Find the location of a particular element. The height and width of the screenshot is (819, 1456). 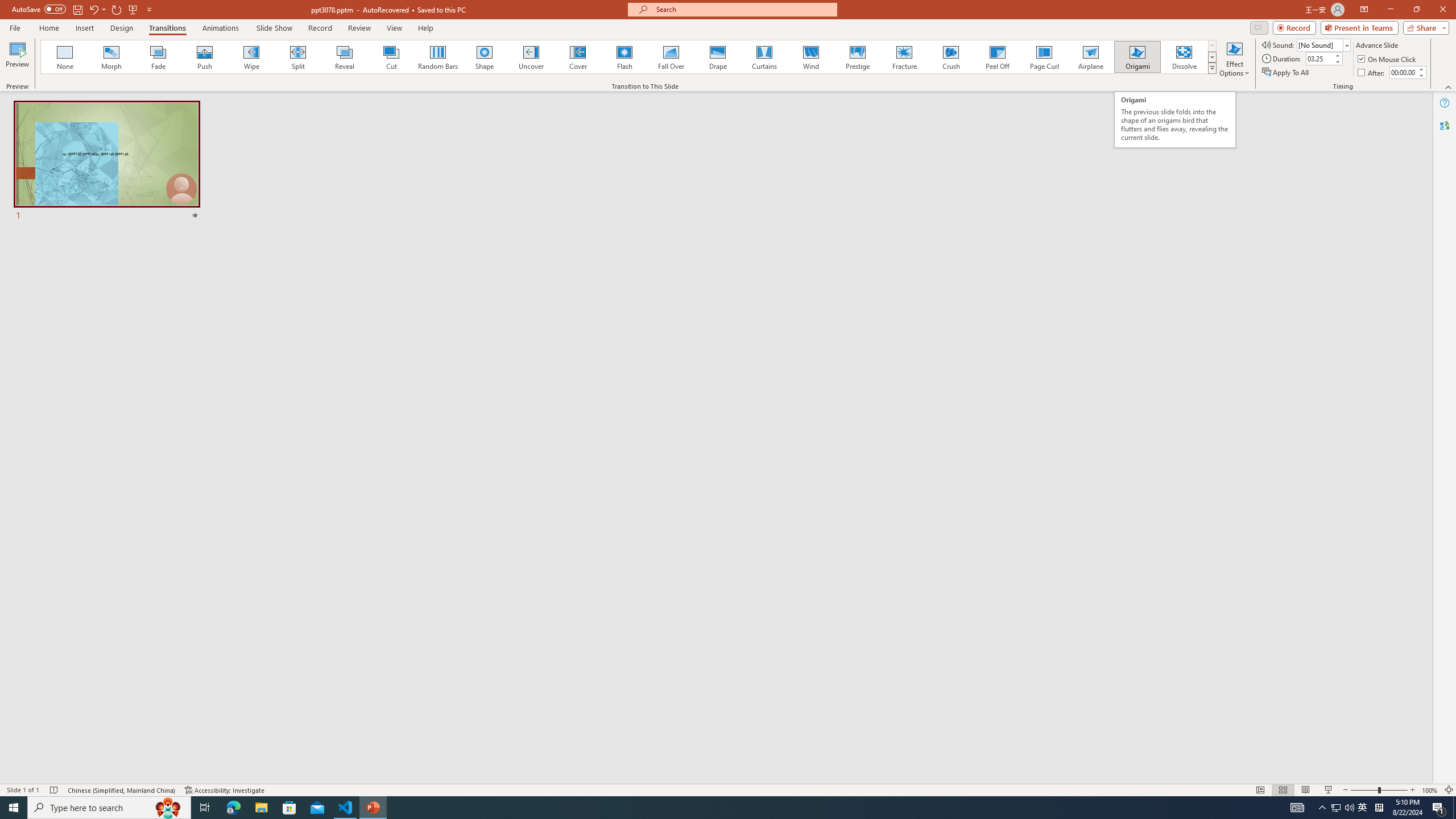

'Uncover' is located at coordinates (531, 56).